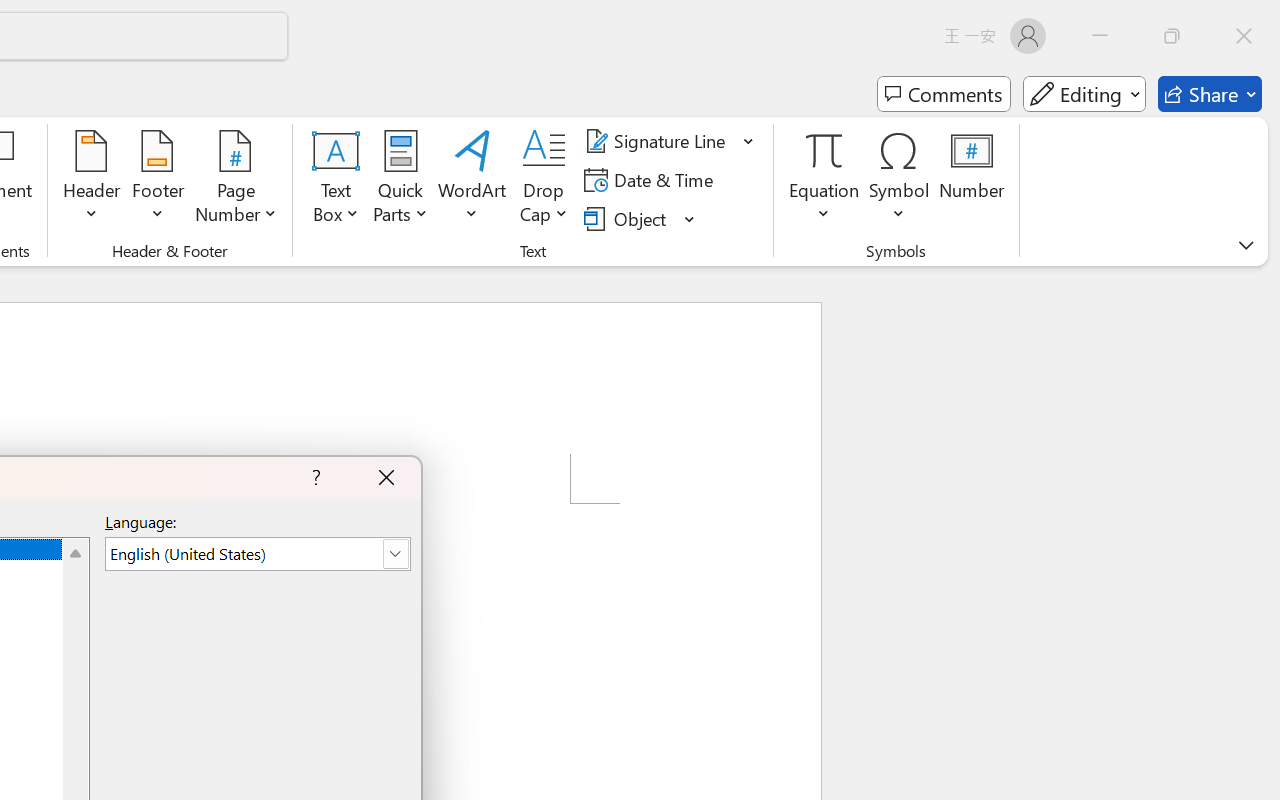 This screenshot has width=1280, height=800. Describe the element at coordinates (627, 218) in the screenshot. I see `'Object...'` at that location.